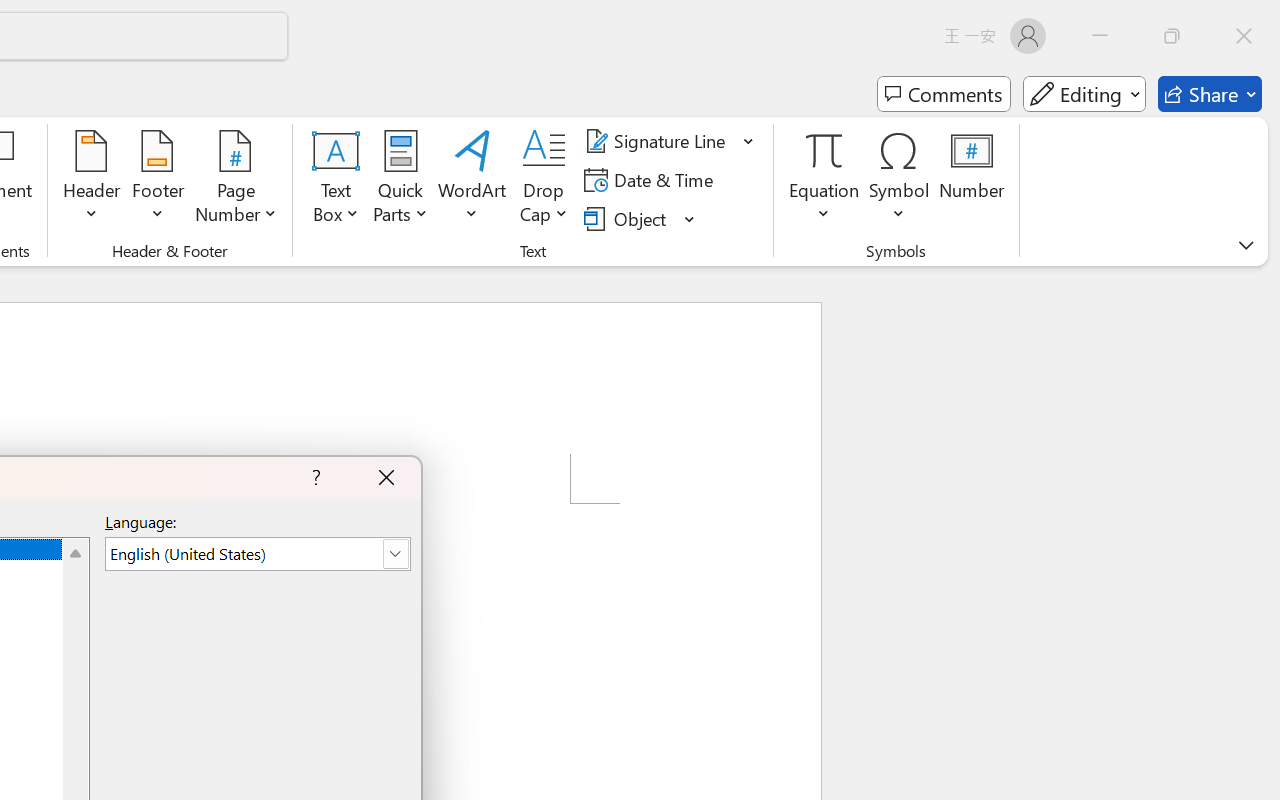 This screenshot has width=1280, height=800. Describe the element at coordinates (627, 218) in the screenshot. I see `'Object...'` at that location.